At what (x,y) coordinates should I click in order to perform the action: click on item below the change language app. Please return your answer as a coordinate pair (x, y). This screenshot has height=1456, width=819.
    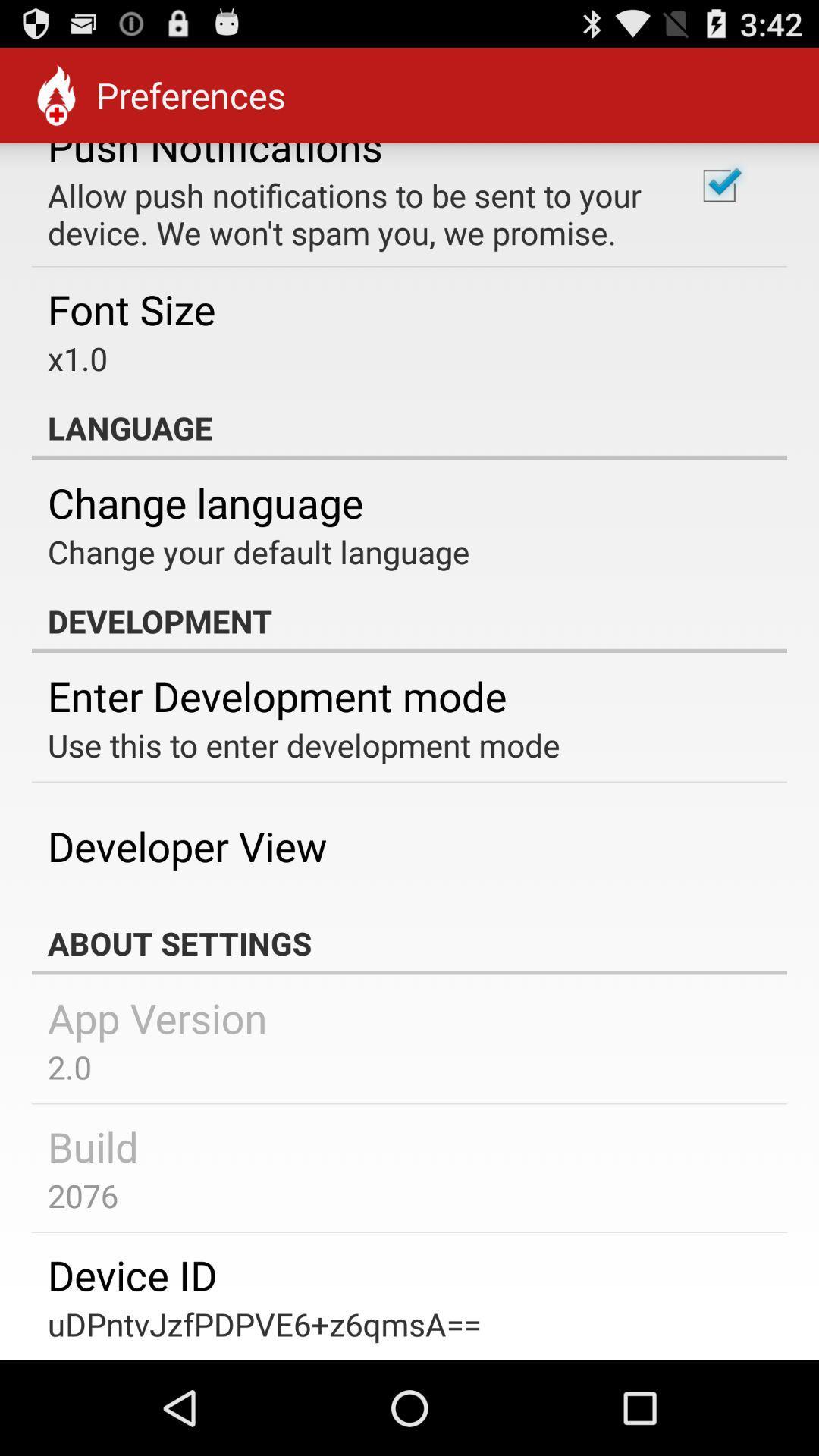
    Looking at the image, I should click on (258, 551).